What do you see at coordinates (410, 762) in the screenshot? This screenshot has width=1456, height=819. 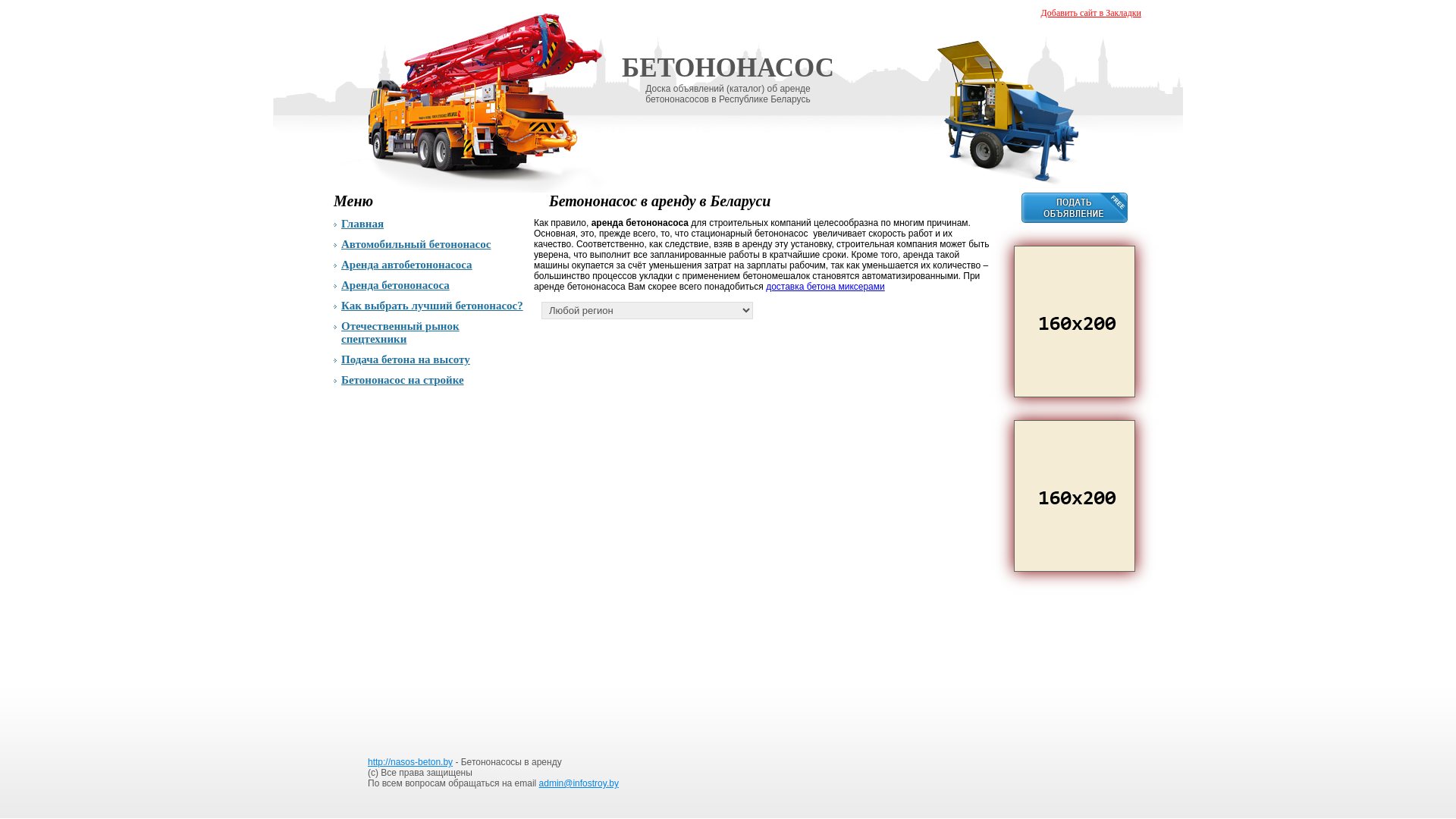 I see `'http://nasos-beton.by'` at bounding box center [410, 762].